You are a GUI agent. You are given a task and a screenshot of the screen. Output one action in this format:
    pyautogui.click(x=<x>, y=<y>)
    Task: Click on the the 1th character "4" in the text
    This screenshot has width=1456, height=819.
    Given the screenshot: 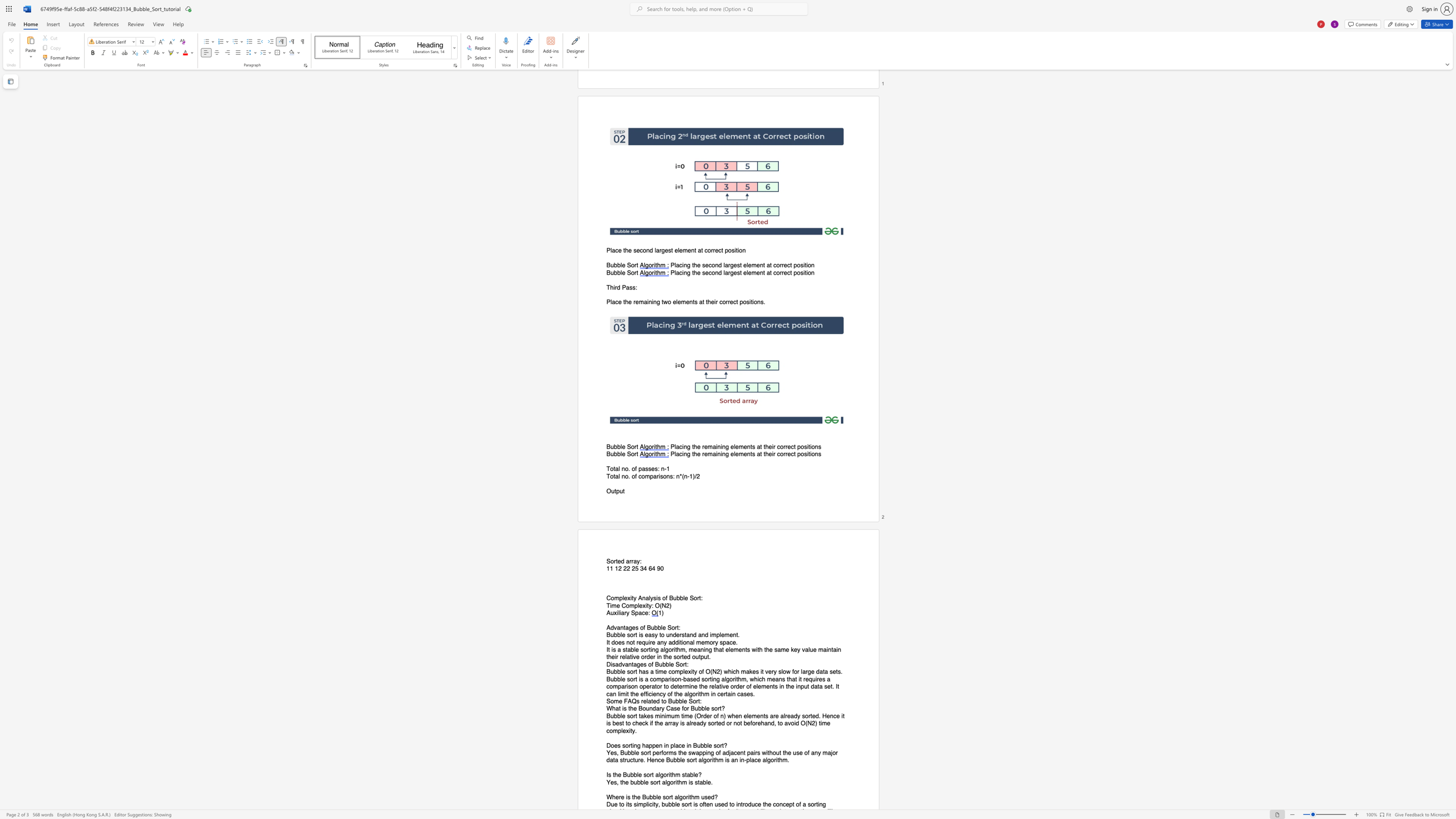 What is the action you would take?
    pyautogui.click(x=644, y=568)
    